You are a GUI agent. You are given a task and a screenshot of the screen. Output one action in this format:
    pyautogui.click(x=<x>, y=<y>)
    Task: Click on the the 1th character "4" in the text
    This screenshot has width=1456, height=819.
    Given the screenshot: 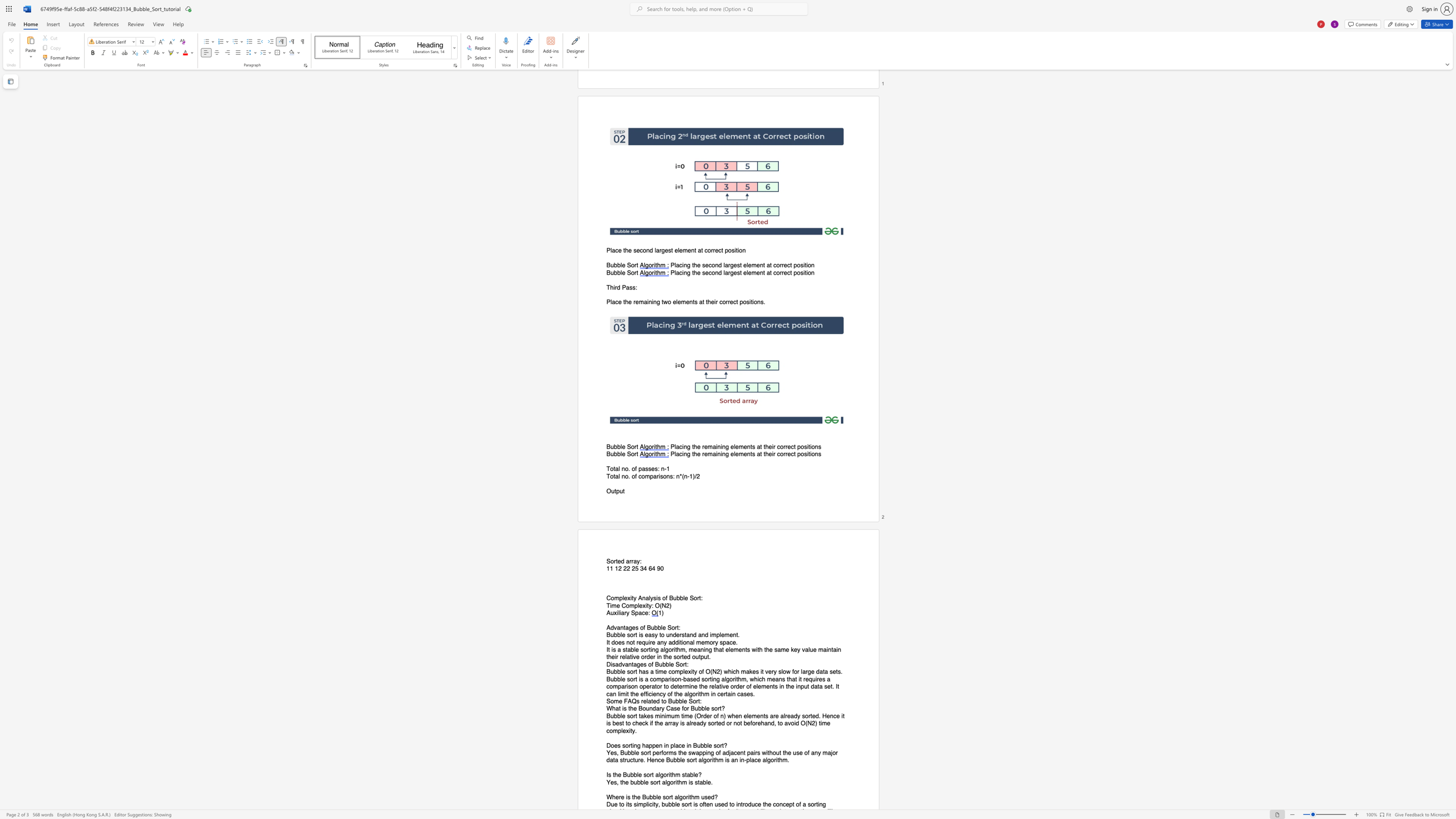 What is the action you would take?
    pyautogui.click(x=644, y=568)
    